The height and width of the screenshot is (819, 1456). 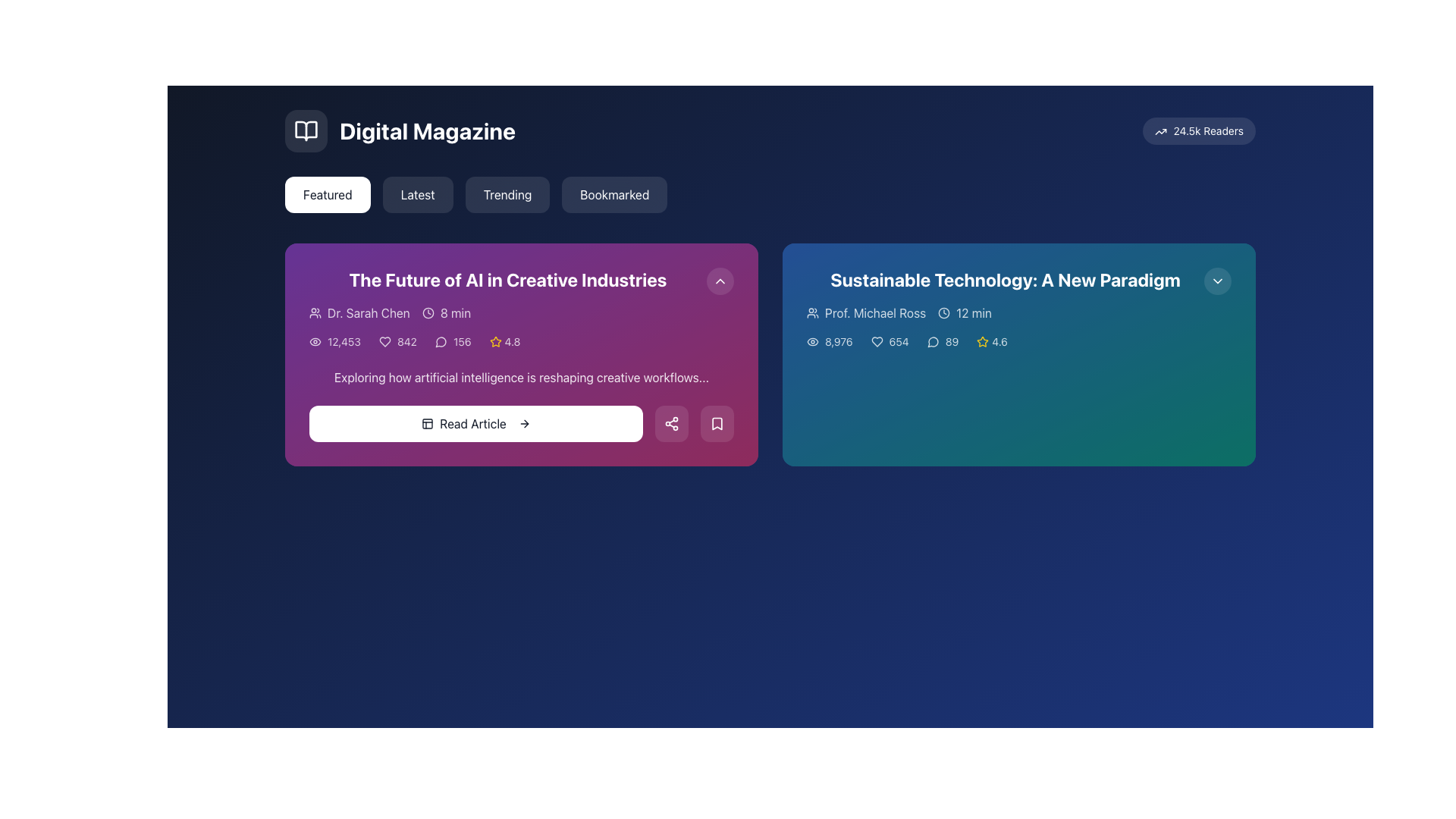 I want to click on headline text labeled 'The Future of AI in Creative Industries' displayed in bold, large-sized serif font on a purple background, located at the top center of the left card, so click(x=508, y=280).